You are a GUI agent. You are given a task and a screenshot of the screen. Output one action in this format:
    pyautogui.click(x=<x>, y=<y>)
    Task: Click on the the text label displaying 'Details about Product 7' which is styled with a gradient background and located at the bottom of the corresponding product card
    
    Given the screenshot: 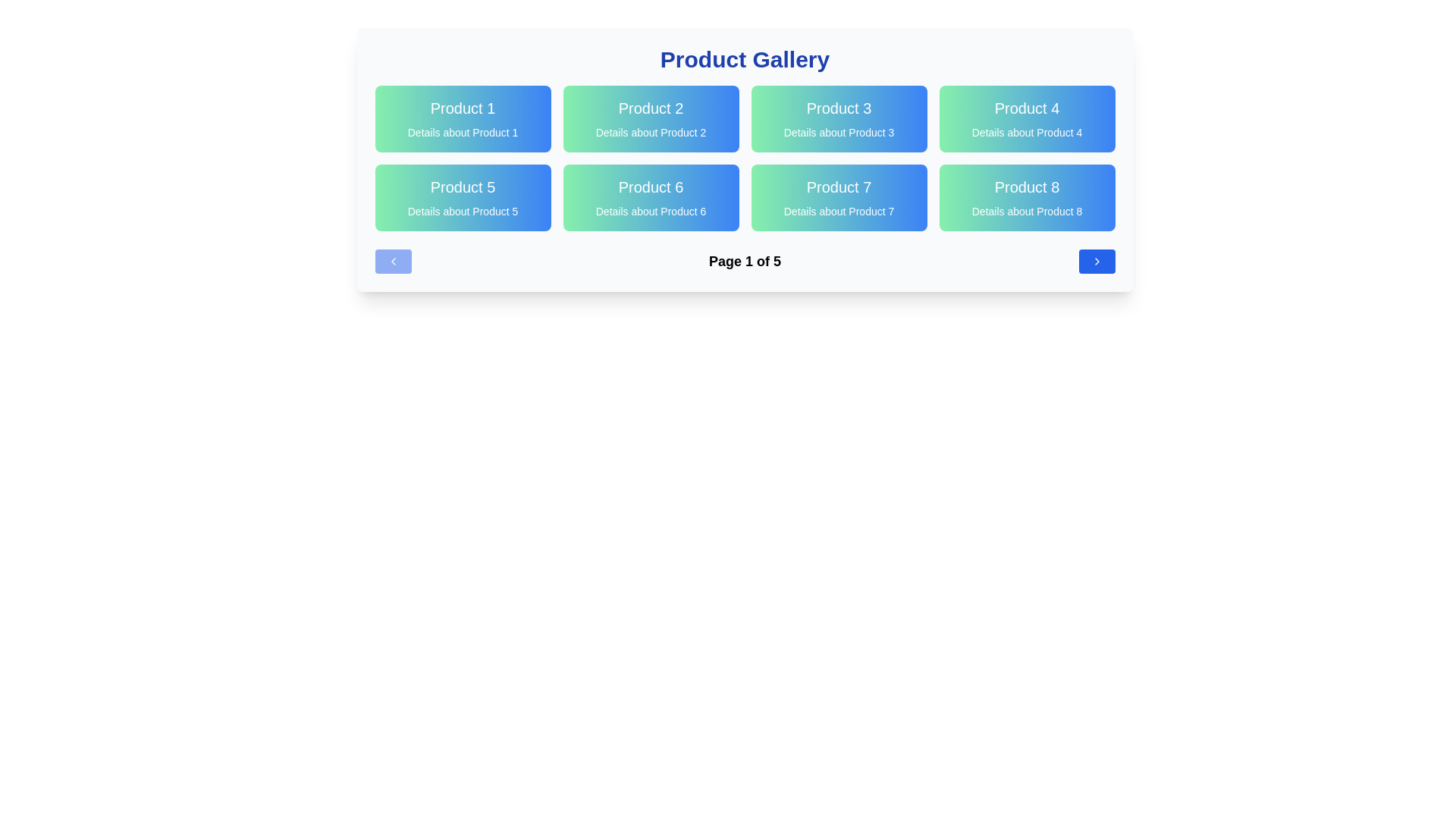 What is the action you would take?
    pyautogui.click(x=838, y=211)
    